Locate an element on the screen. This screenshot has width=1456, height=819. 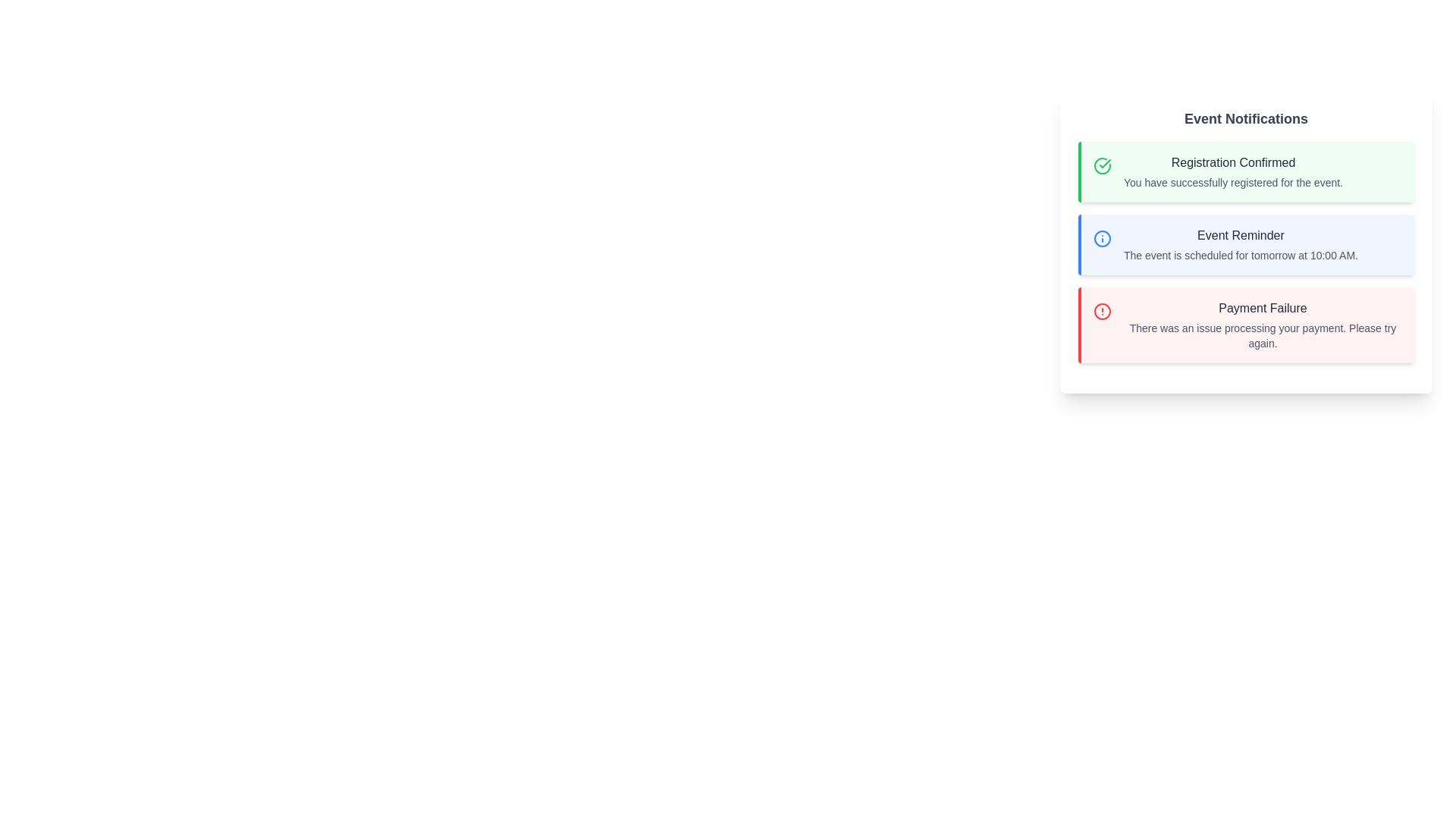
the confirmation message text label indicating successful registration, located at the top section of the green-background notification card on the Event Notifications interface is located at coordinates (1233, 163).